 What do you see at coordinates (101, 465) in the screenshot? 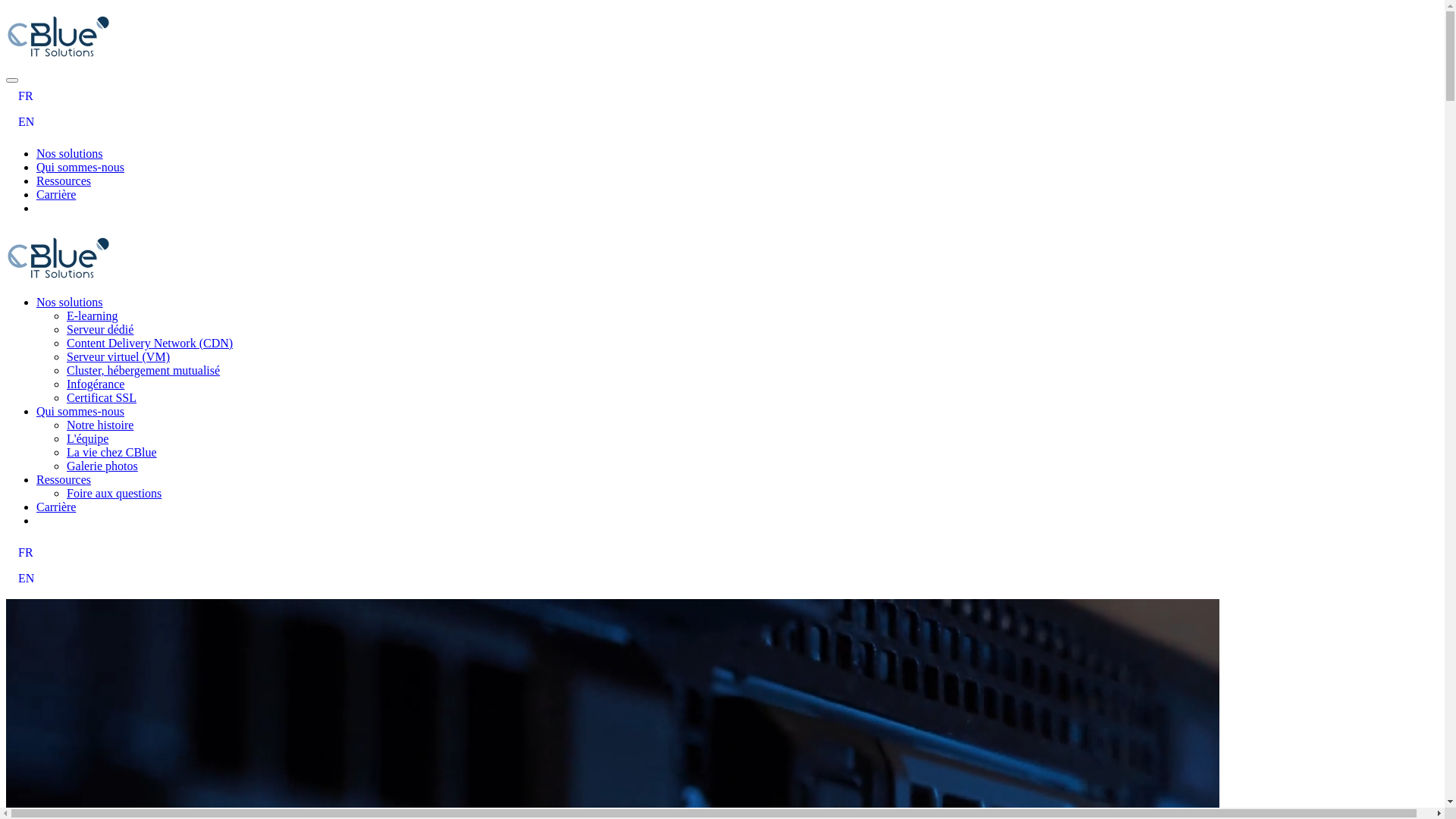
I see `'Galerie photos'` at bounding box center [101, 465].